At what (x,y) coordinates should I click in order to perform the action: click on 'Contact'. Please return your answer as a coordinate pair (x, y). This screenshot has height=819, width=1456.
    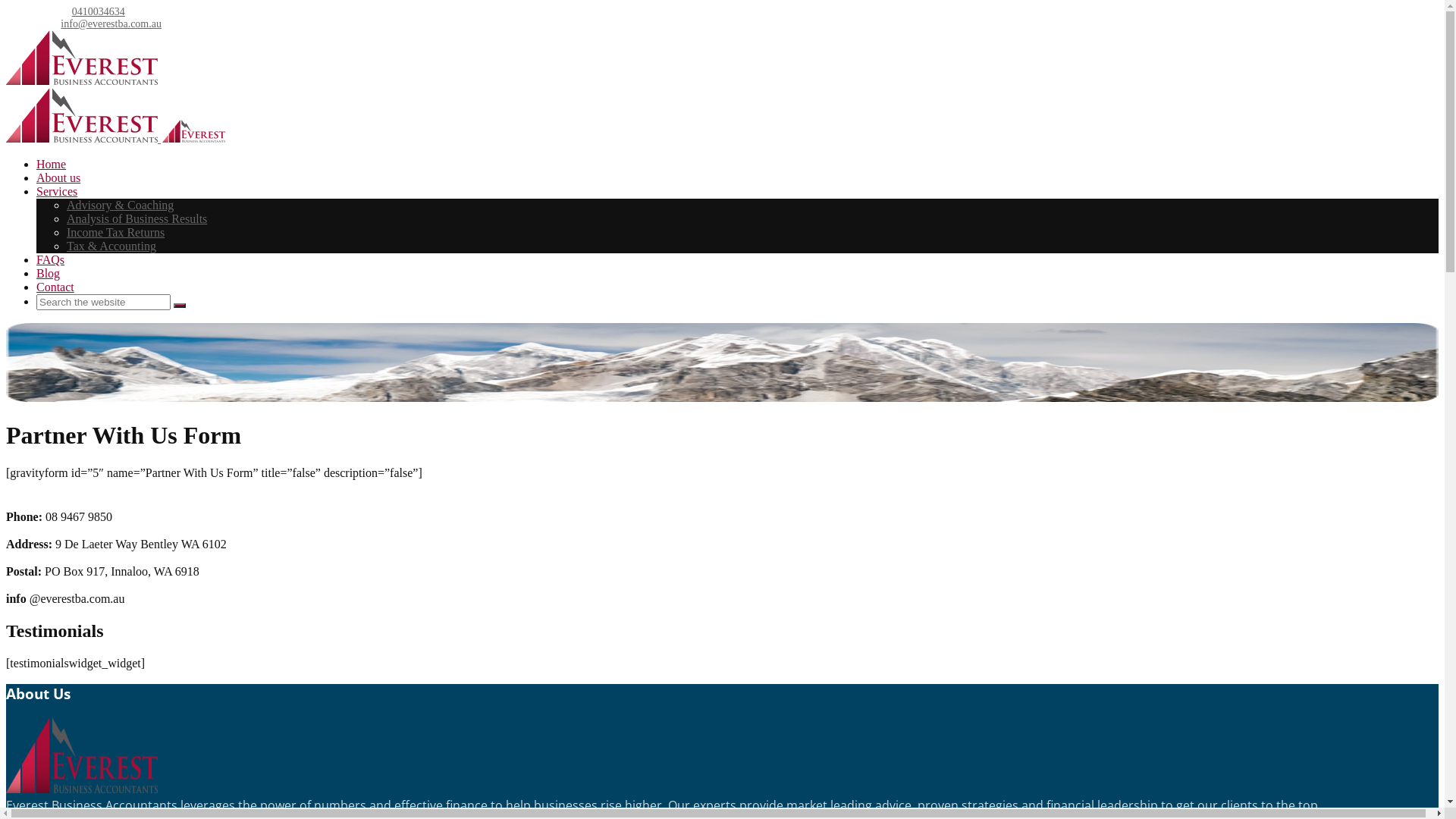
    Looking at the image, I should click on (36, 287).